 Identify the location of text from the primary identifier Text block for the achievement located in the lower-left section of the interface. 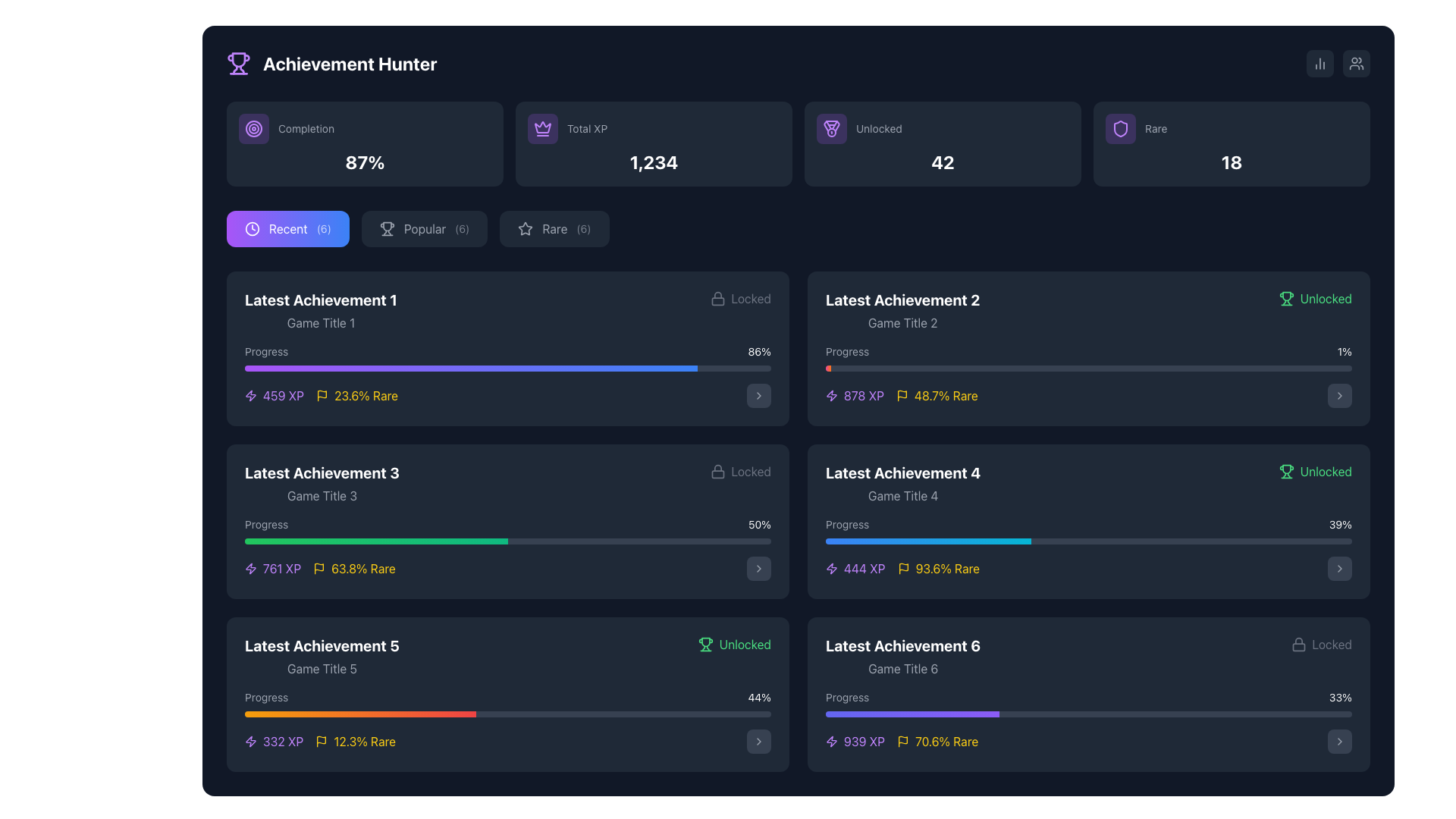
(321, 646).